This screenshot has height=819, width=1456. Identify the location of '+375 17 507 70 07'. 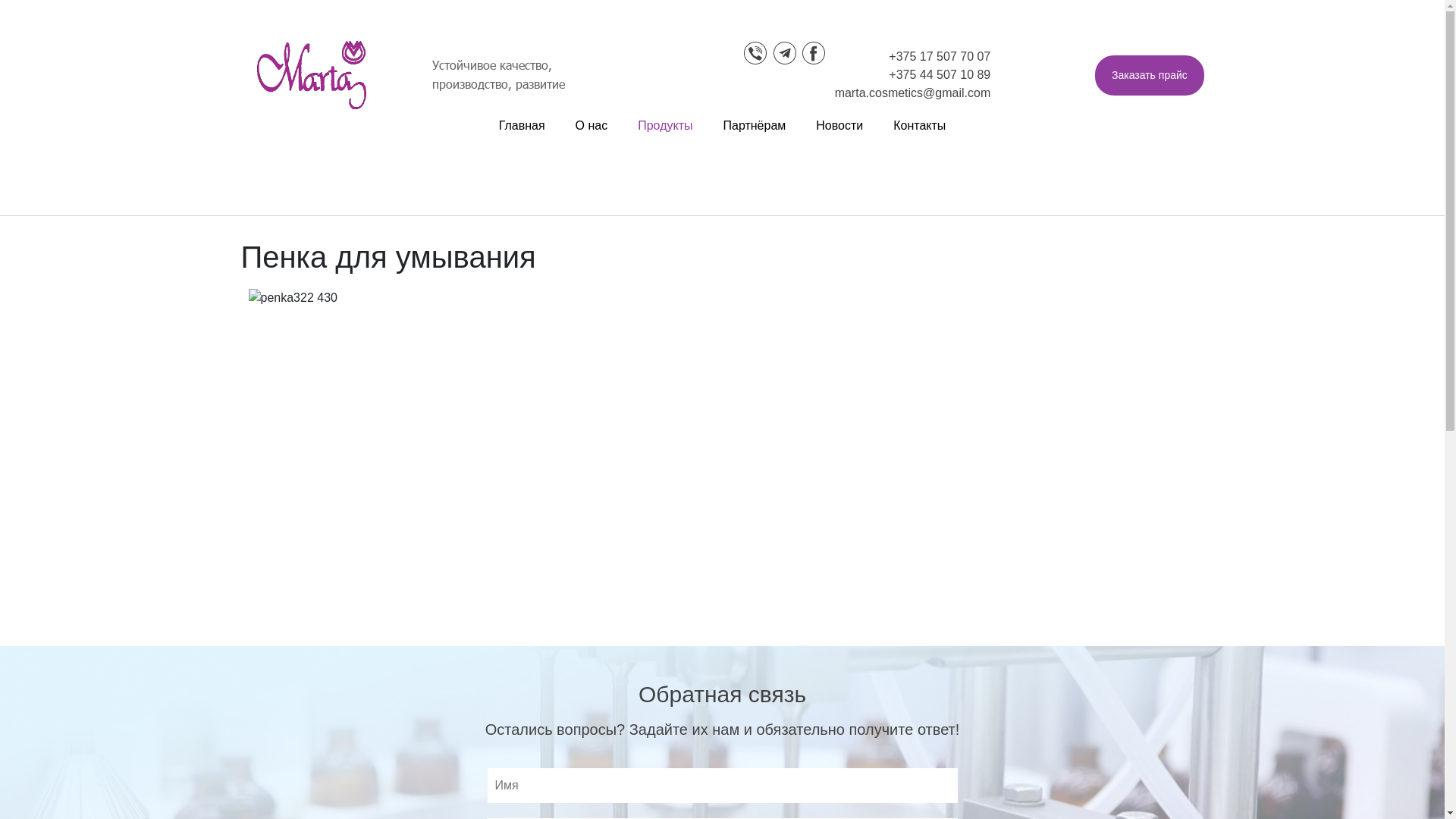
(938, 55).